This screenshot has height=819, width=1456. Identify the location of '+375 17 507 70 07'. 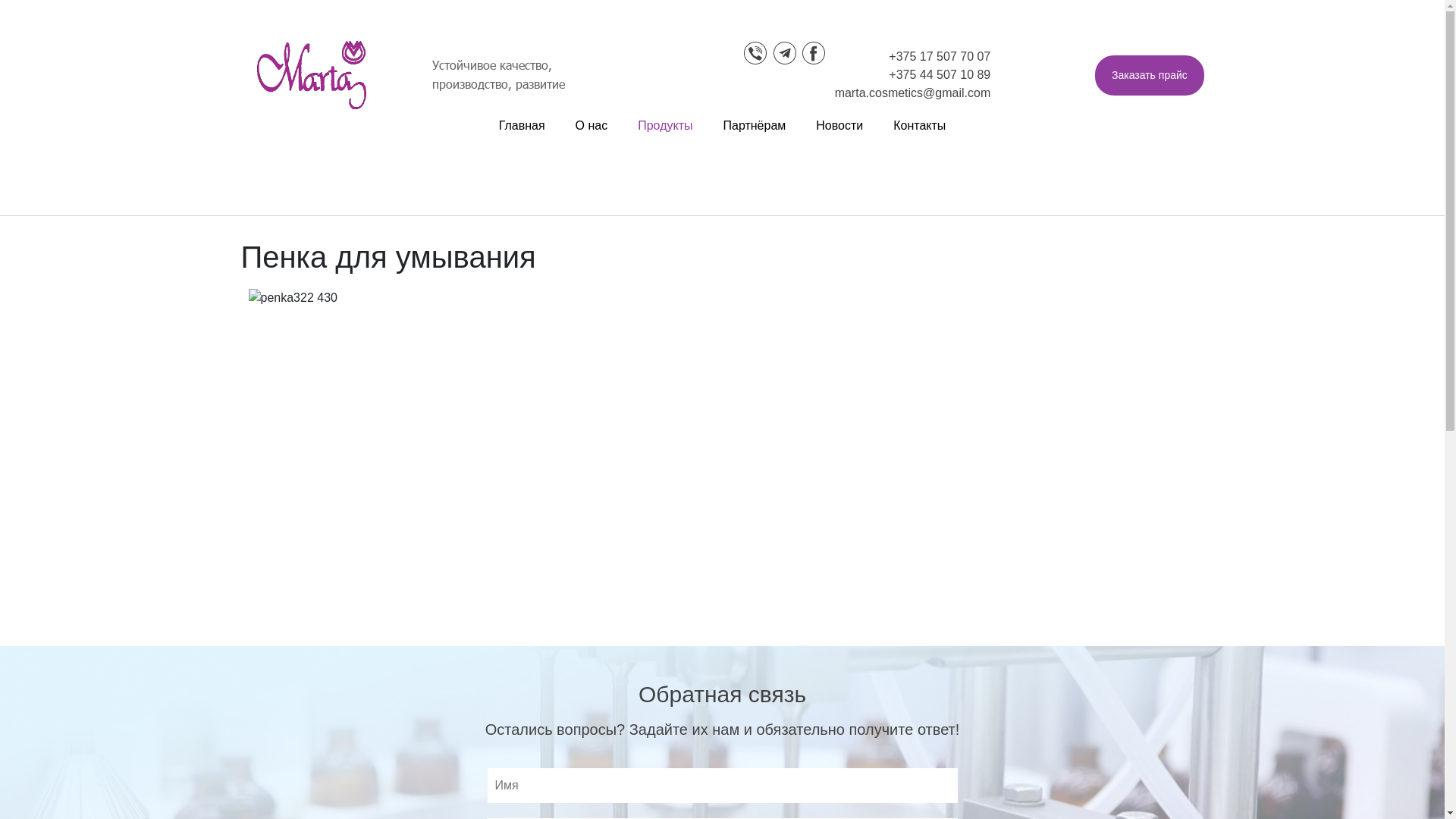
(938, 55).